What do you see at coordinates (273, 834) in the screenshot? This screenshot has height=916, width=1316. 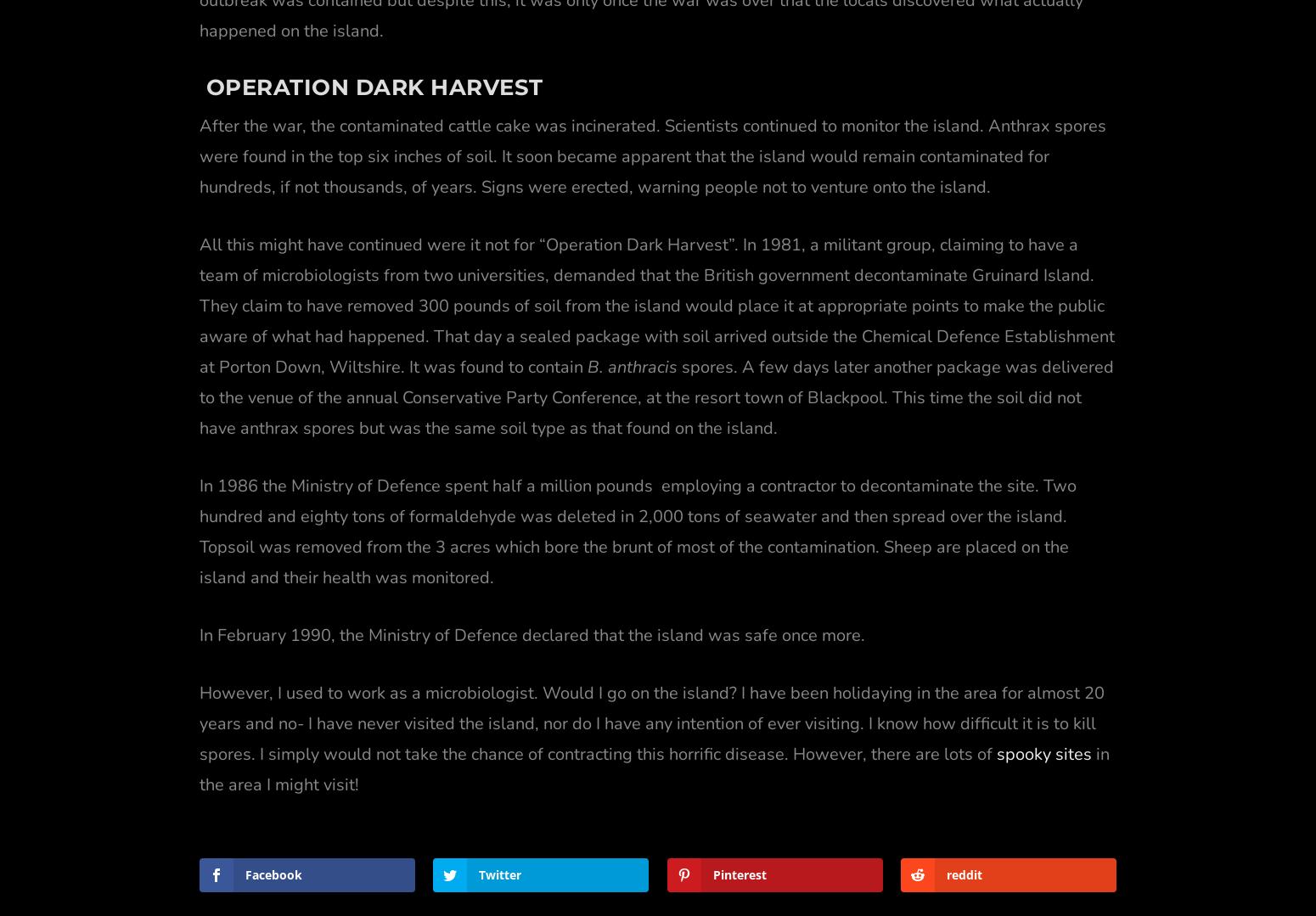 I see `'Facebook'` at bounding box center [273, 834].